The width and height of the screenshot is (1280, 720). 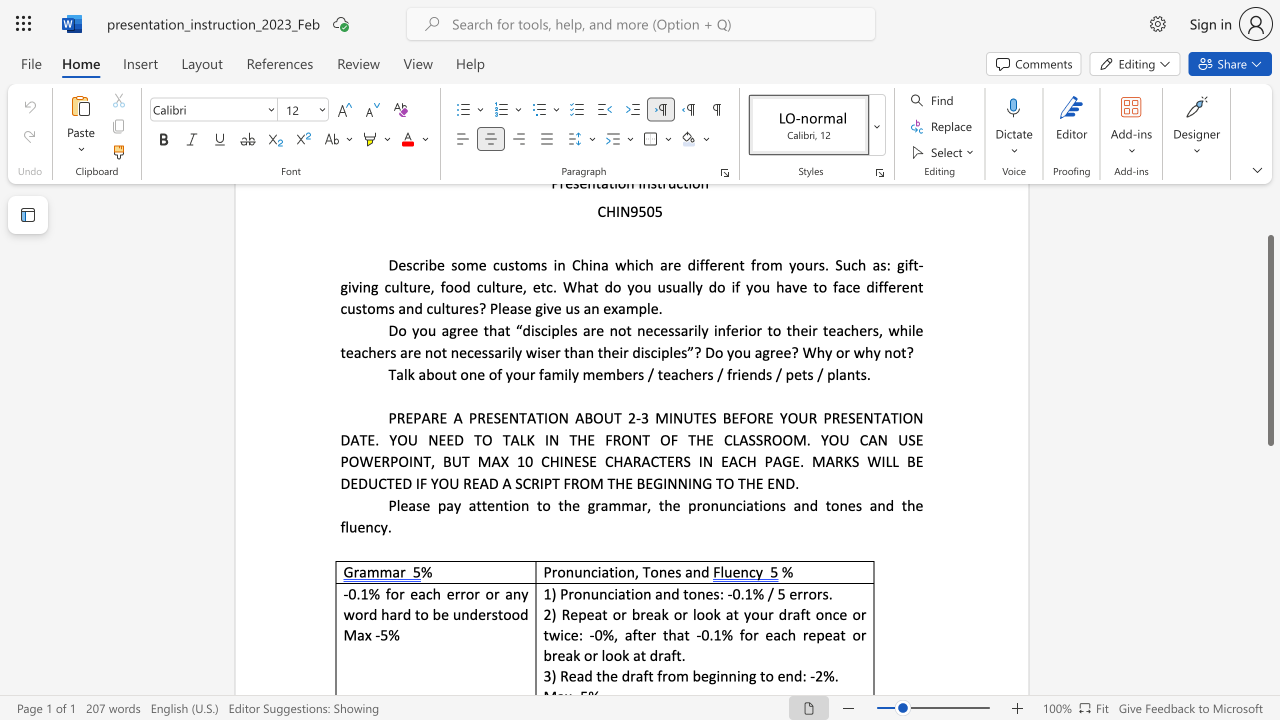 What do you see at coordinates (1269, 339) in the screenshot?
I see `the scrollbar and move down 360 pixels` at bounding box center [1269, 339].